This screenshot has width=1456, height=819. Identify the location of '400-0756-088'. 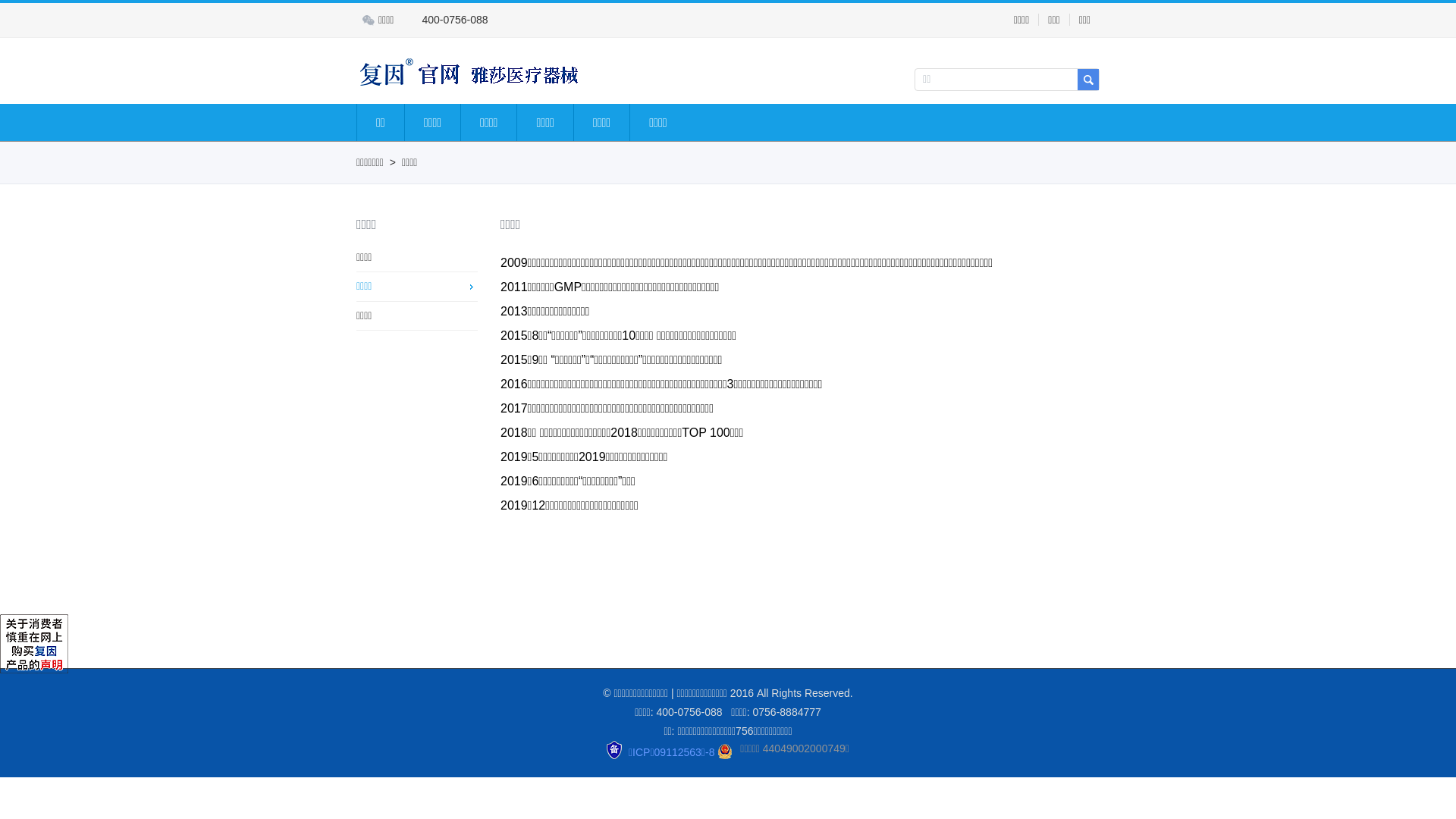
(446, 20).